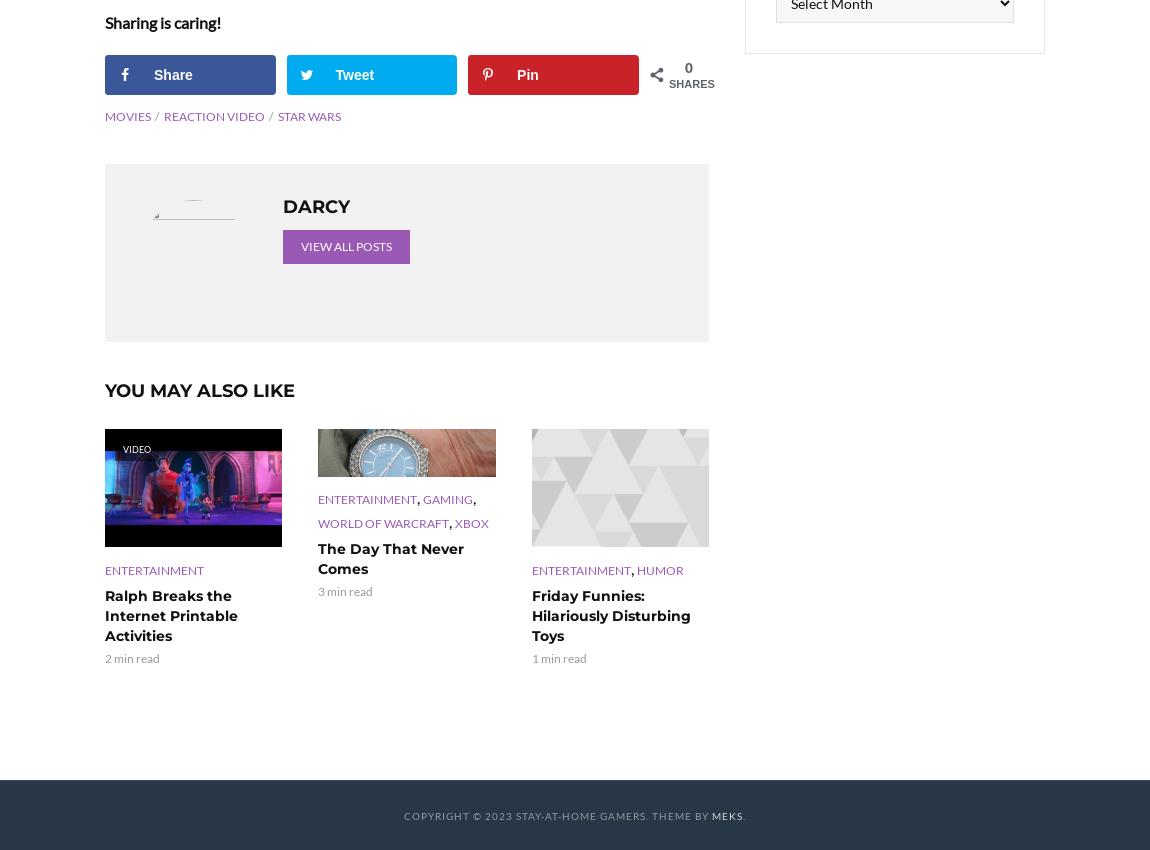  Describe the element at coordinates (345, 590) in the screenshot. I see `'3 min read'` at that location.